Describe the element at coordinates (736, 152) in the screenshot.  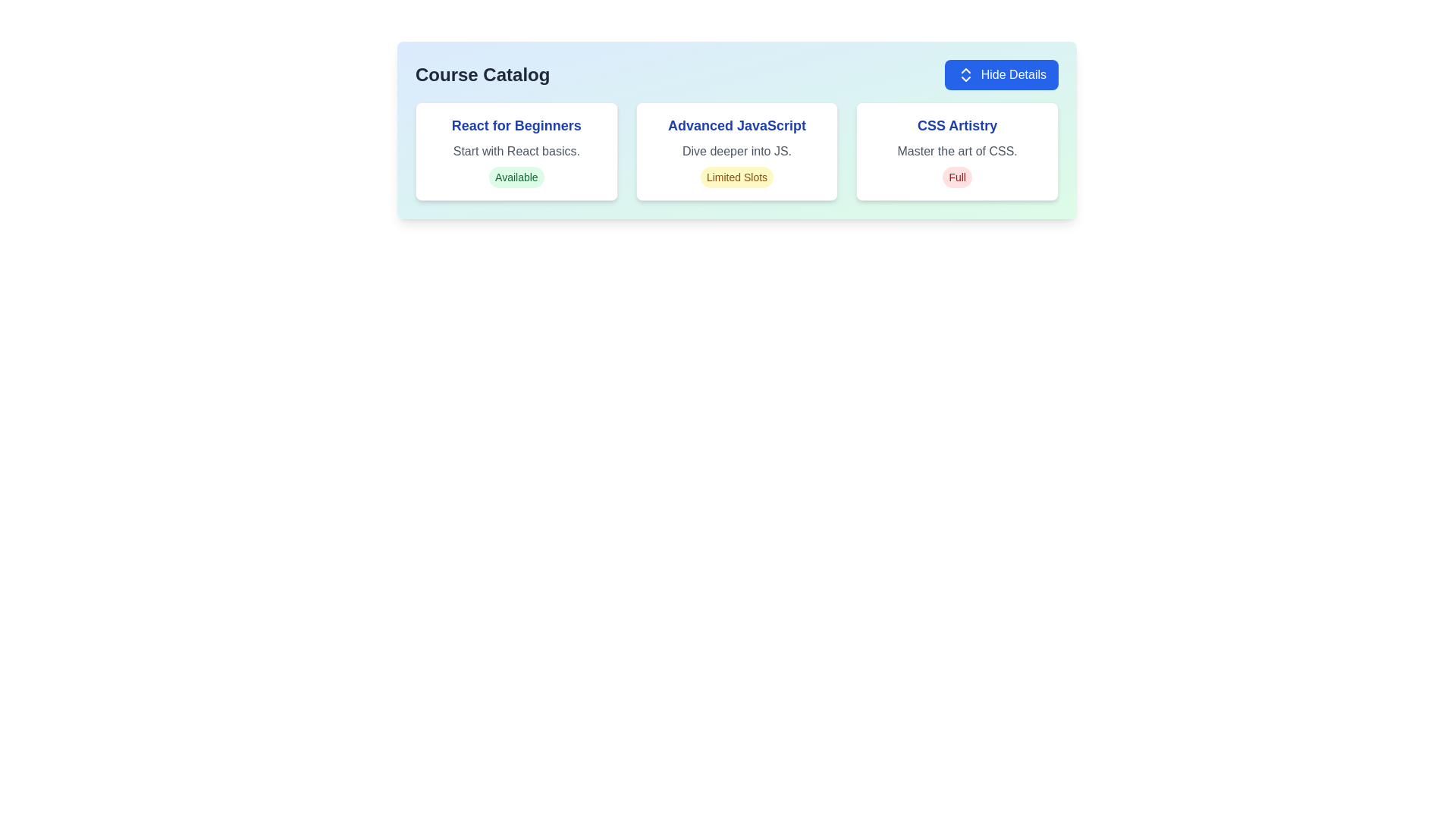
I see `the text 'Dive deeper into JS.' which is styled in gray, located within the 'Advanced JavaScript' card, positioned below the header and above the 'Limited Slots' badge` at that location.